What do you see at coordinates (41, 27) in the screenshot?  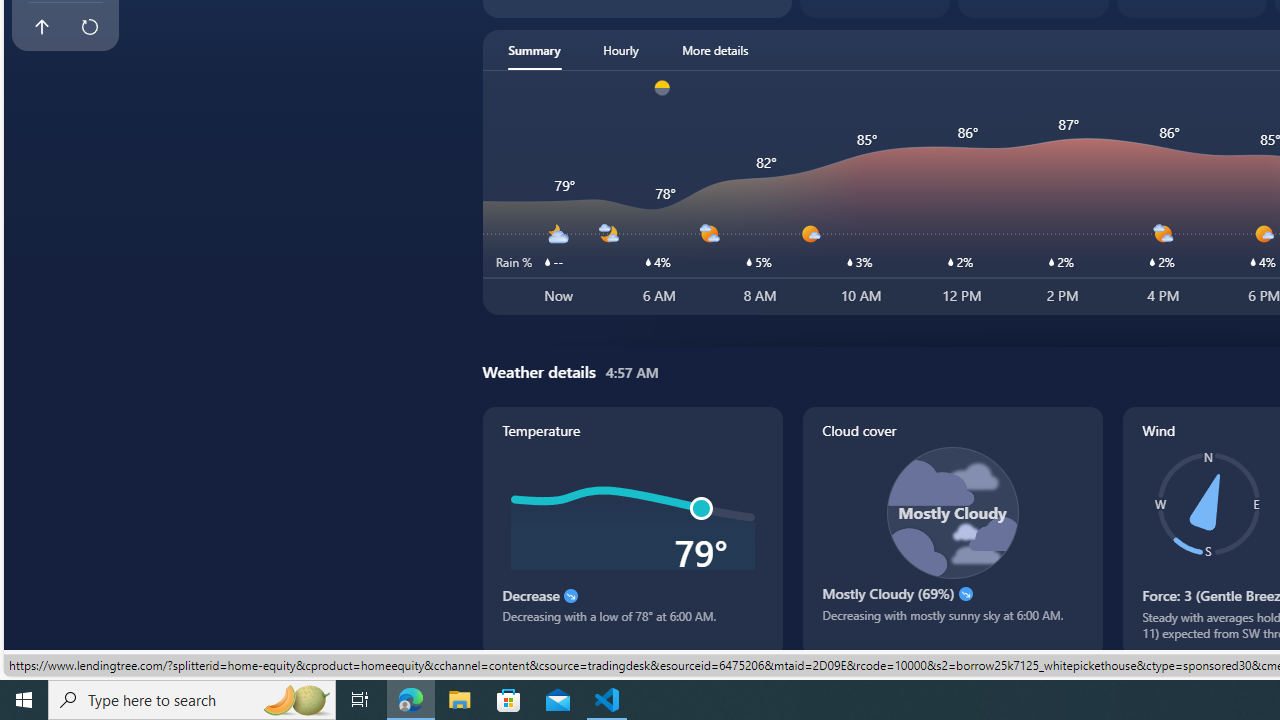 I see `'Back to top'` at bounding box center [41, 27].